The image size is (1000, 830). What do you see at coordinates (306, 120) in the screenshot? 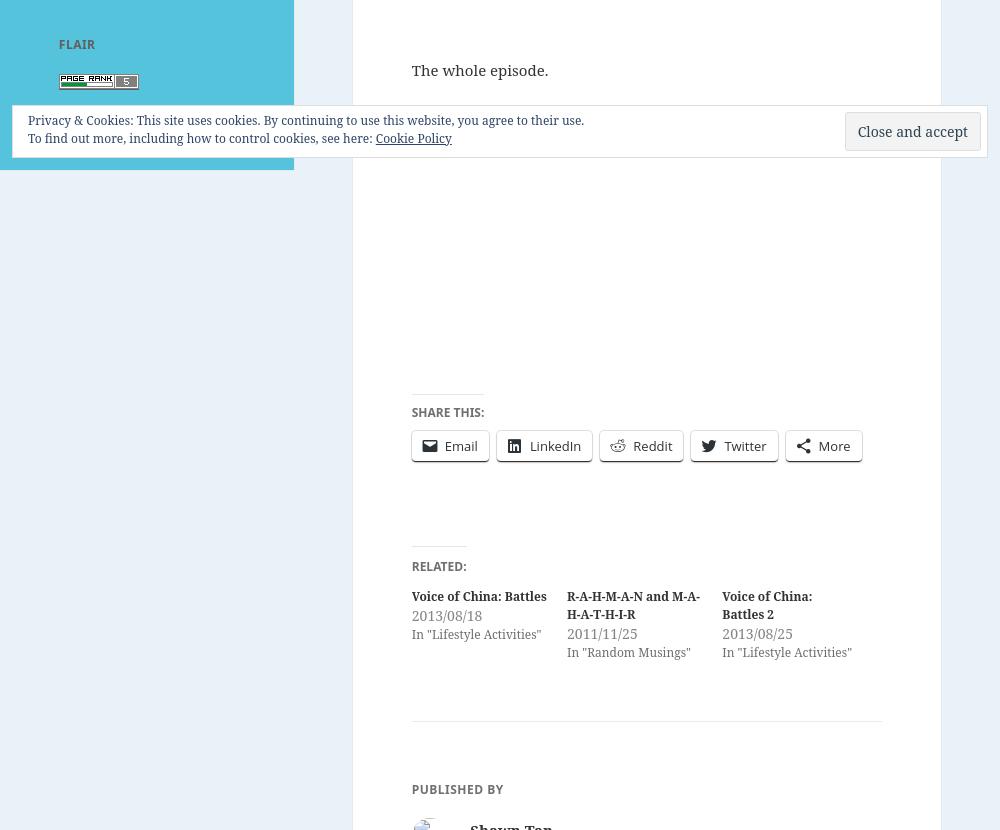
I see `'Privacy & Cookies: This site uses cookies. By continuing to use this website, you agree to their use.'` at bounding box center [306, 120].